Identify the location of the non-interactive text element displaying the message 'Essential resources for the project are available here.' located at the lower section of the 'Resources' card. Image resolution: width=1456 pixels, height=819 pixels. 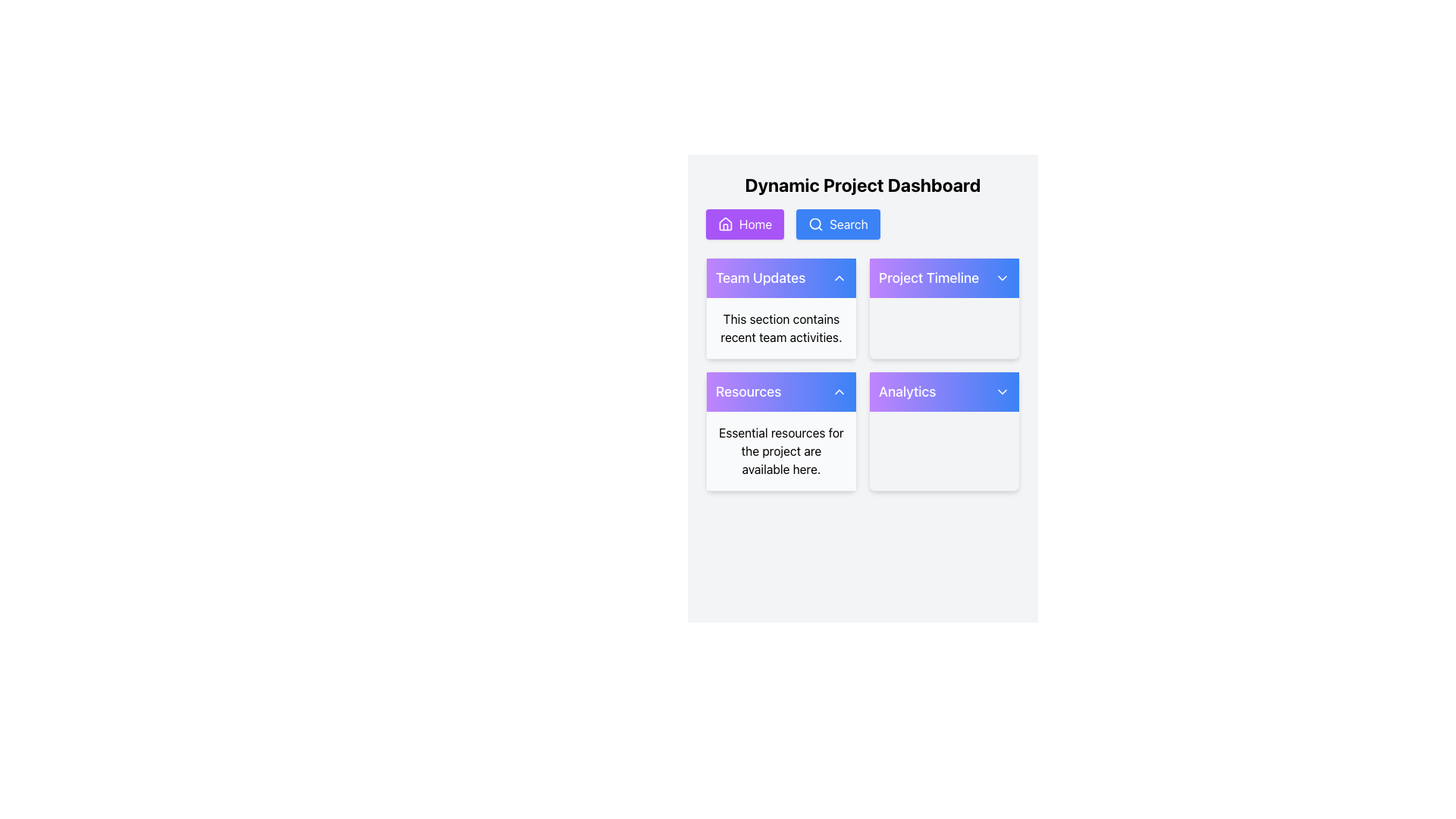
(781, 450).